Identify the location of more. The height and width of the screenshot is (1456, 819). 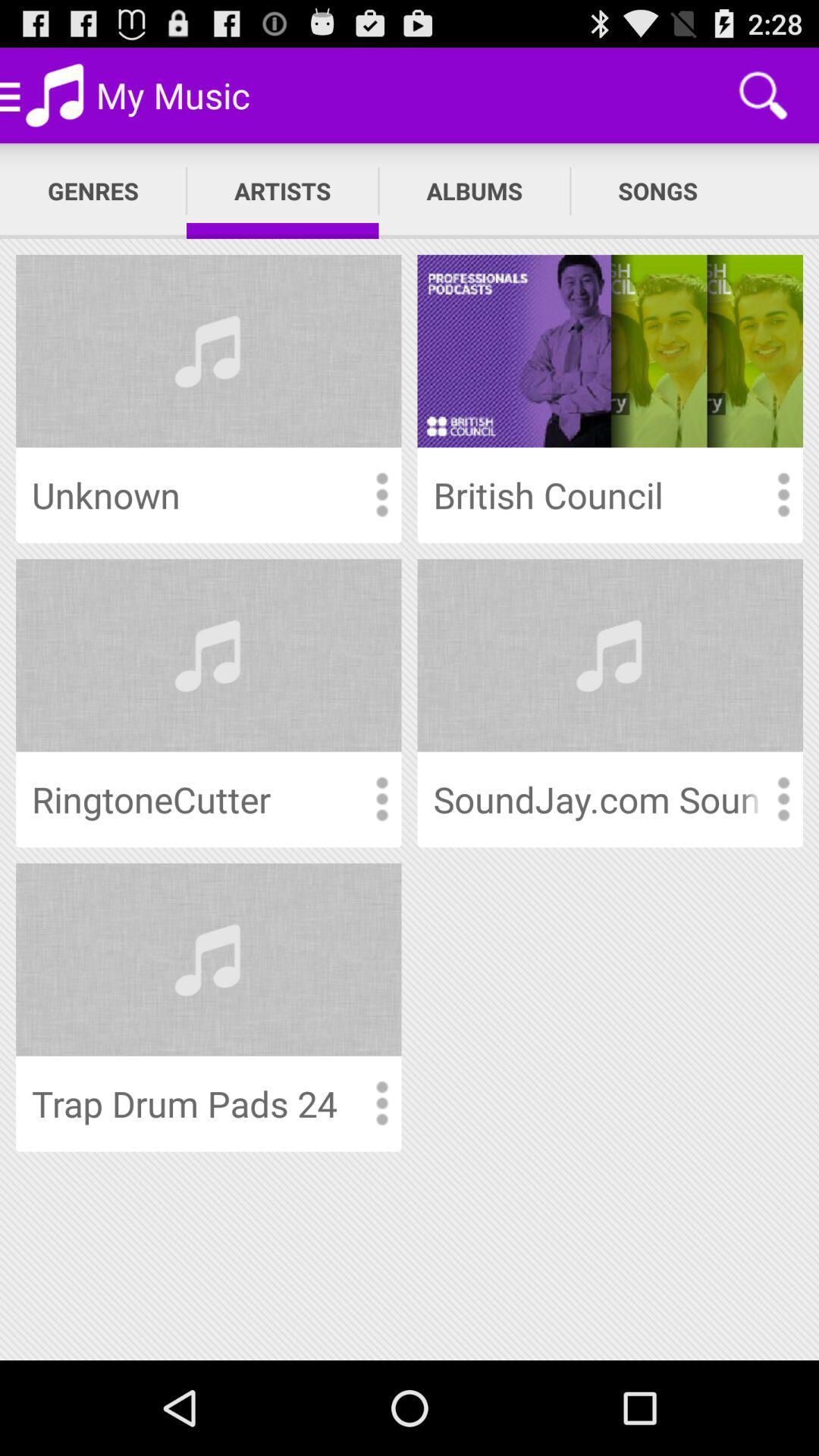
(783, 495).